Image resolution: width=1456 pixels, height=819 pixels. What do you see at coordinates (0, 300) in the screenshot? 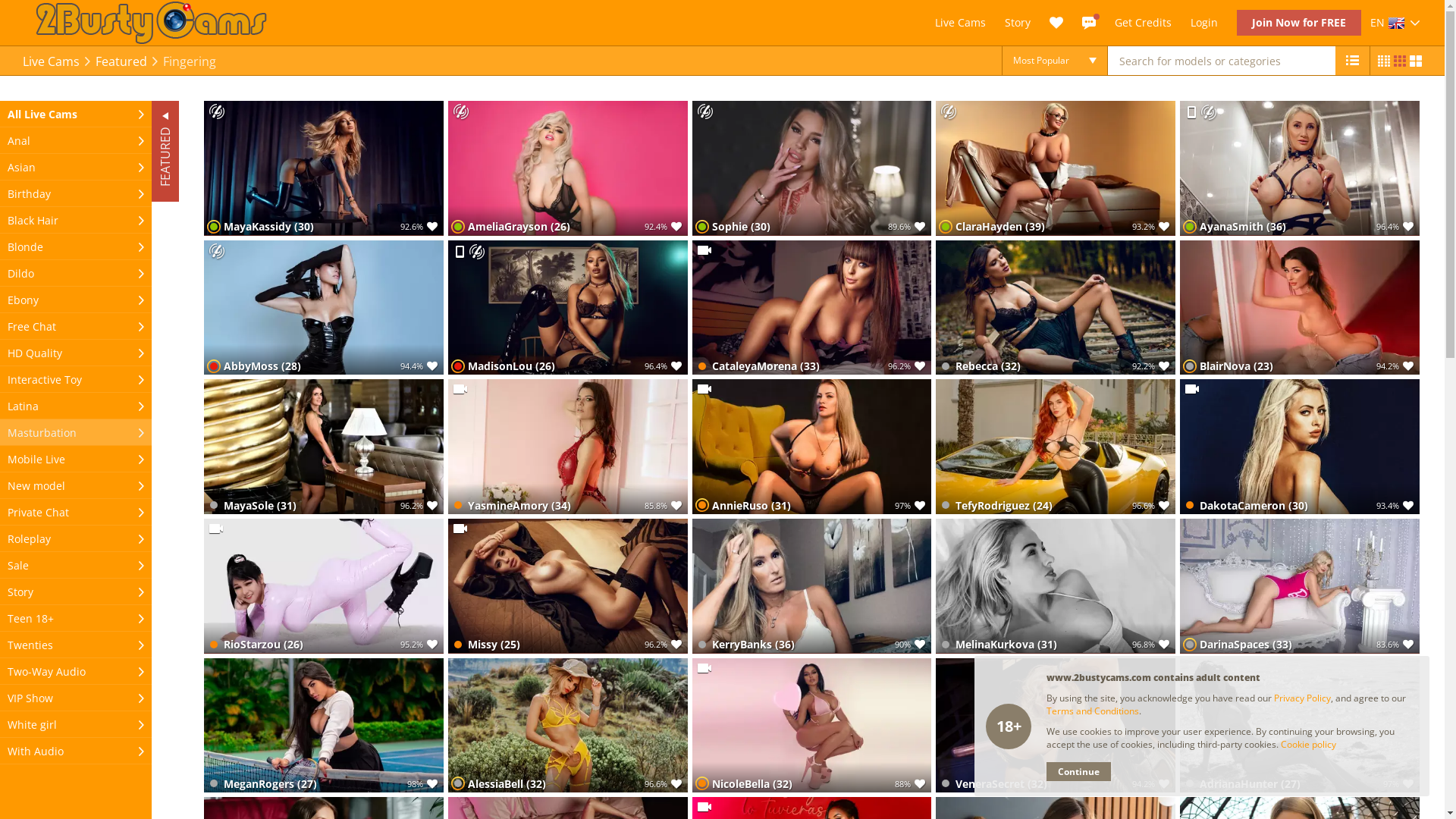
I see `'Ebony'` at bounding box center [0, 300].